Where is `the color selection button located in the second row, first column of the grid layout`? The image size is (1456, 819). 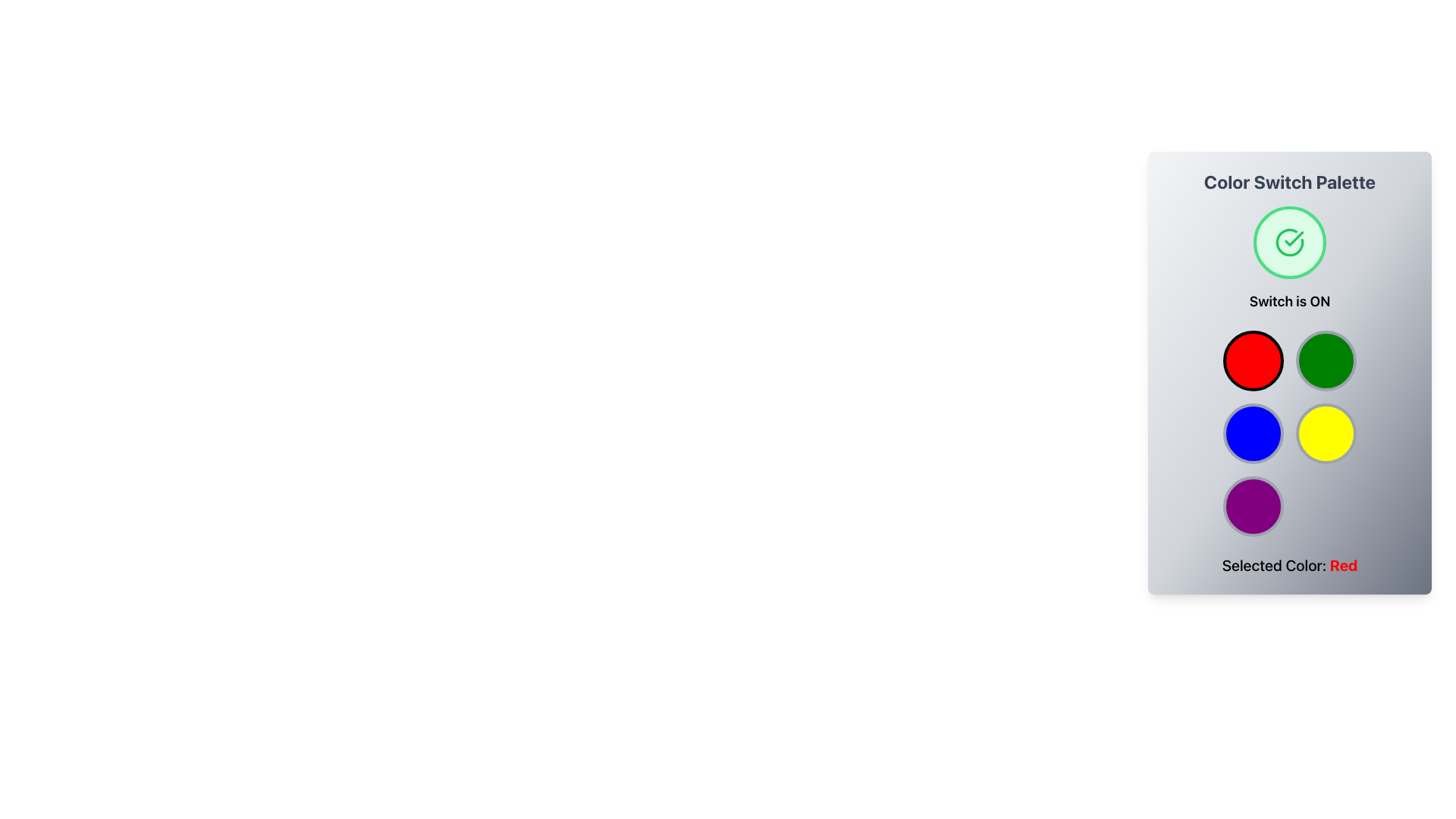 the color selection button located in the second row, first column of the grid layout is located at coordinates (1253, 433).